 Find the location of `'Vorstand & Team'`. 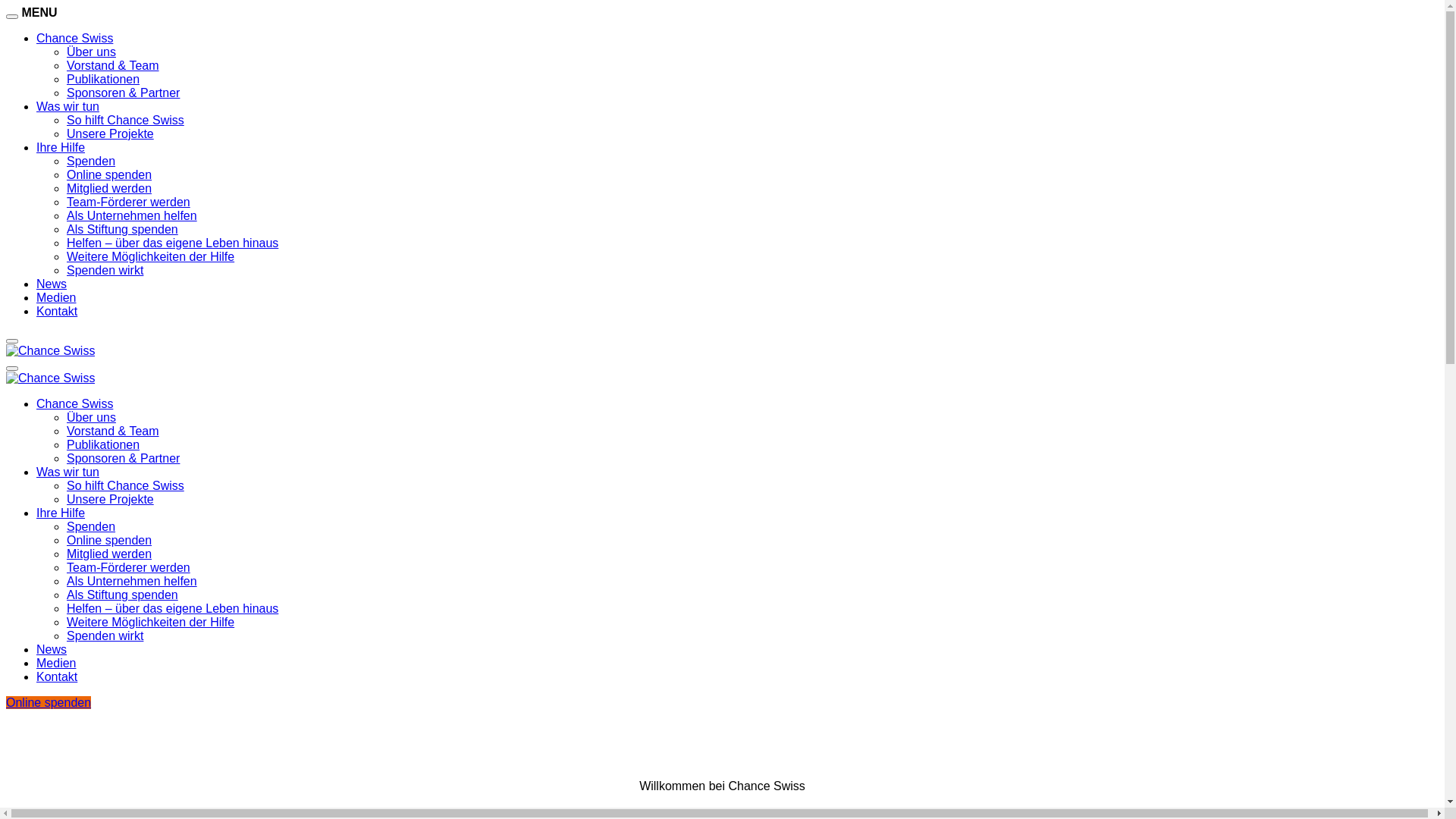

'Vorstand & Team' is located at coordinates (111, 64).